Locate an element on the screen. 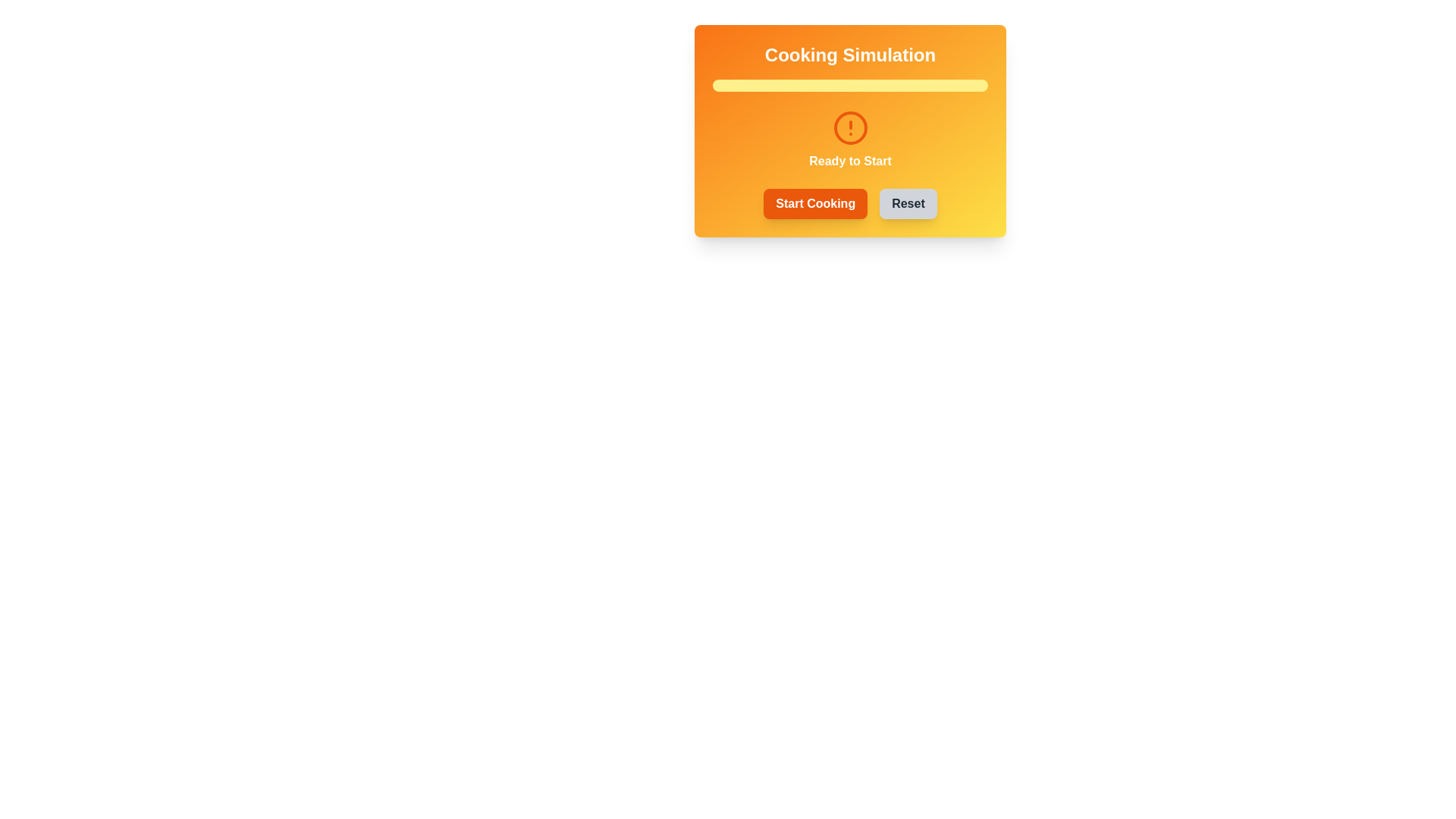  the 'Reset' button, which is a rectangular button with a light gray background and bold black text, located on the bottom-right corner of a two-button group near the center of the interface is located at coordinates (908, 203).